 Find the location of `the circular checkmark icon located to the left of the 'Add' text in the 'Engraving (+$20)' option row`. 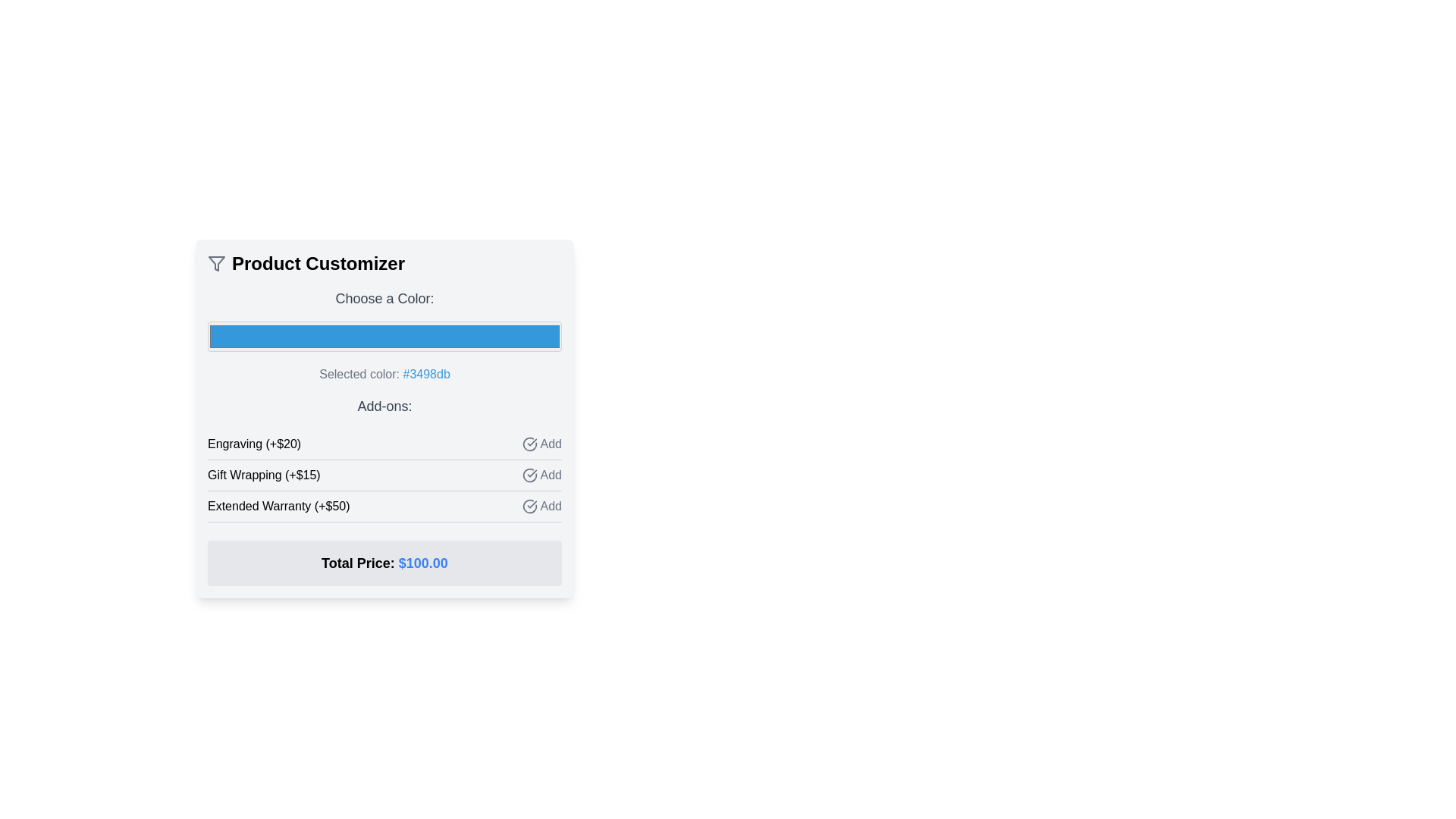

the circular checkmark icon located to the left of the 'Add' text in the 'Engraving (+$20)' option row is located at coordinates (529, 444).